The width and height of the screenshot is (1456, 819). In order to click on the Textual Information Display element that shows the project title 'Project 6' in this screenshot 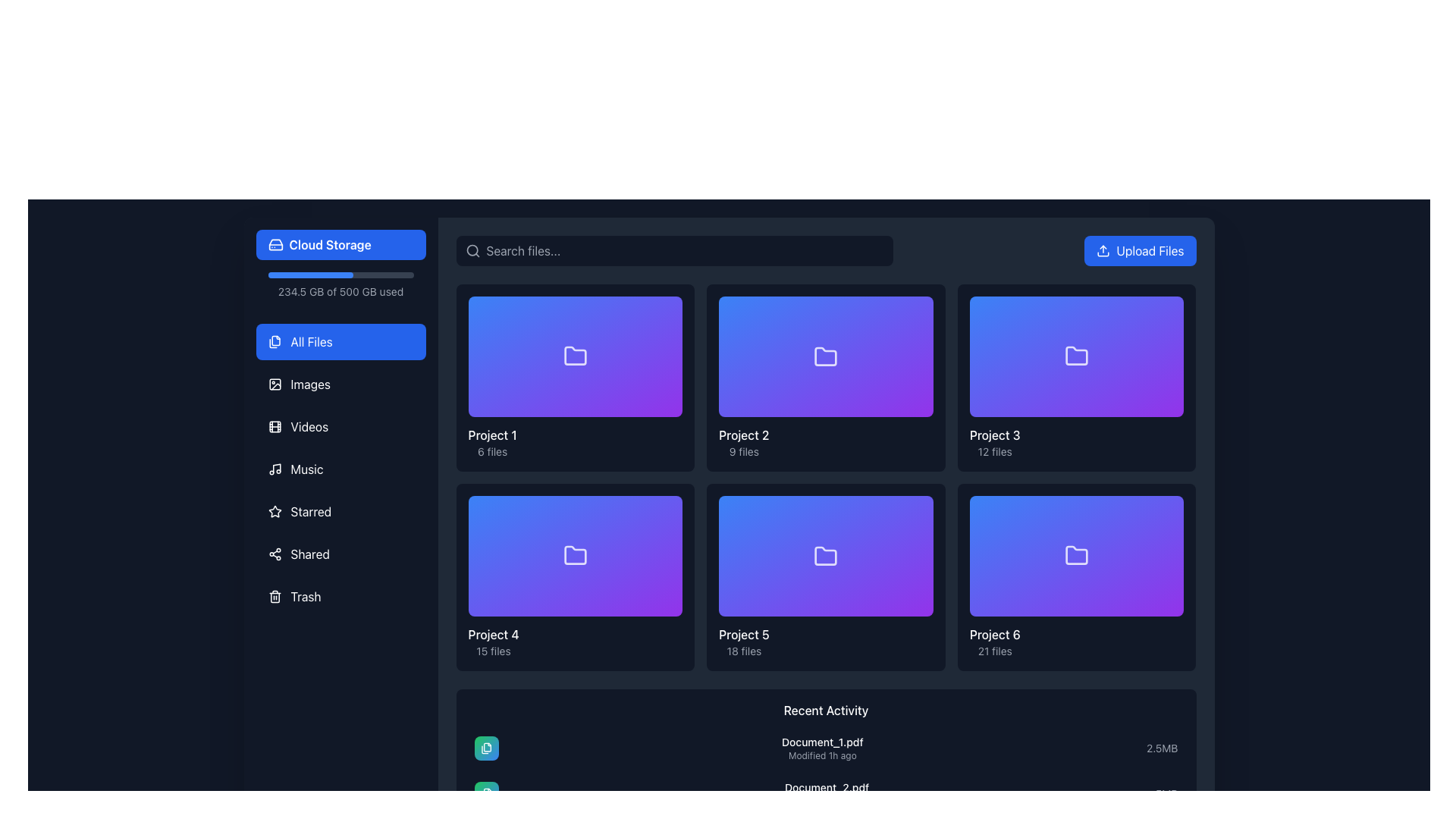, I will do `click(1076, 642)`.